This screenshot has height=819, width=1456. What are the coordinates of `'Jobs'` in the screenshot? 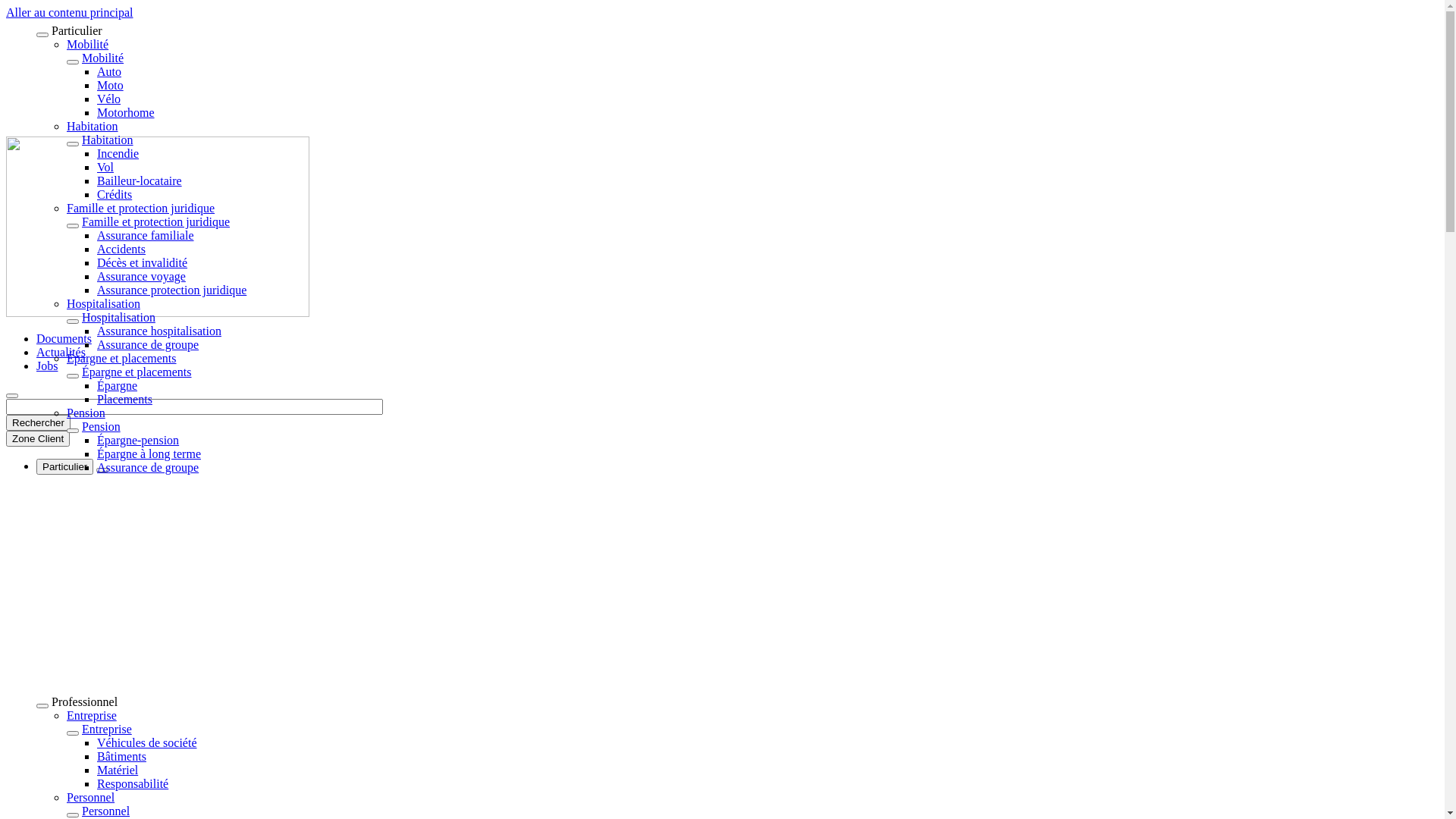 It's located at (47, 366).